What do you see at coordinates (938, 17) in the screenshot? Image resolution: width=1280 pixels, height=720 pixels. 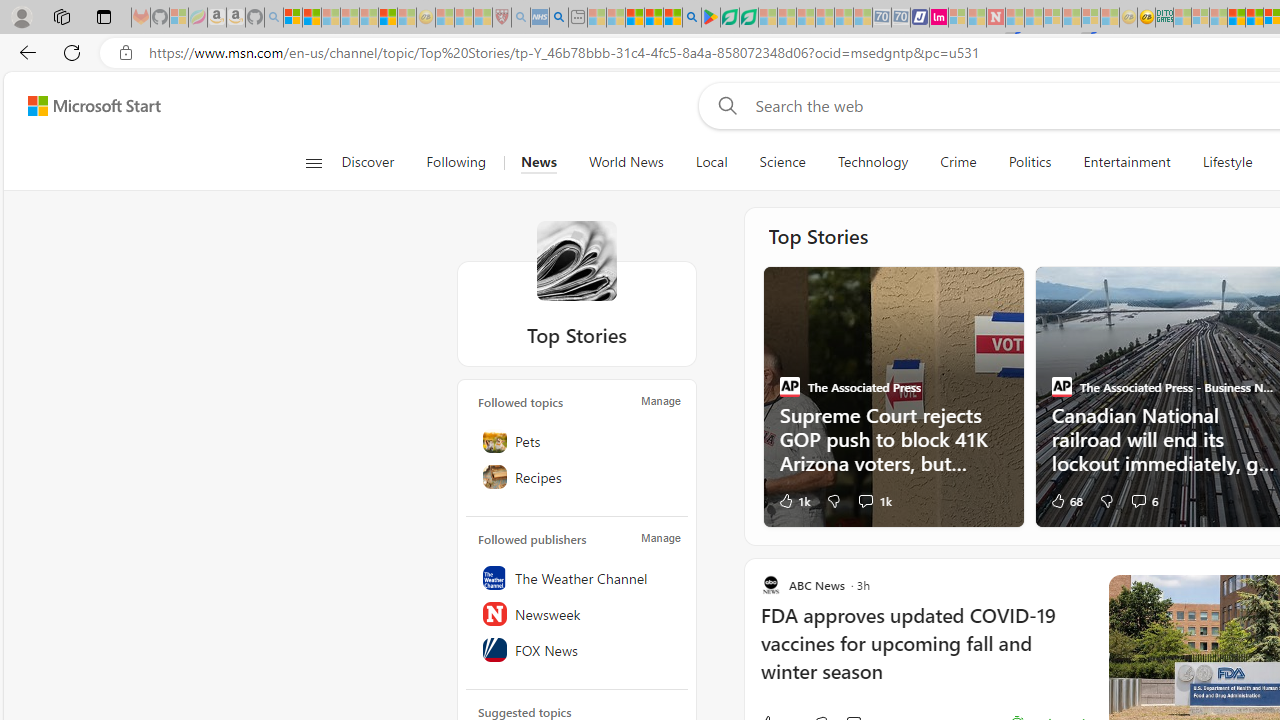 I see `'Jobs - lastminute.com Investor Portal'` at bounding box center [938, 17].